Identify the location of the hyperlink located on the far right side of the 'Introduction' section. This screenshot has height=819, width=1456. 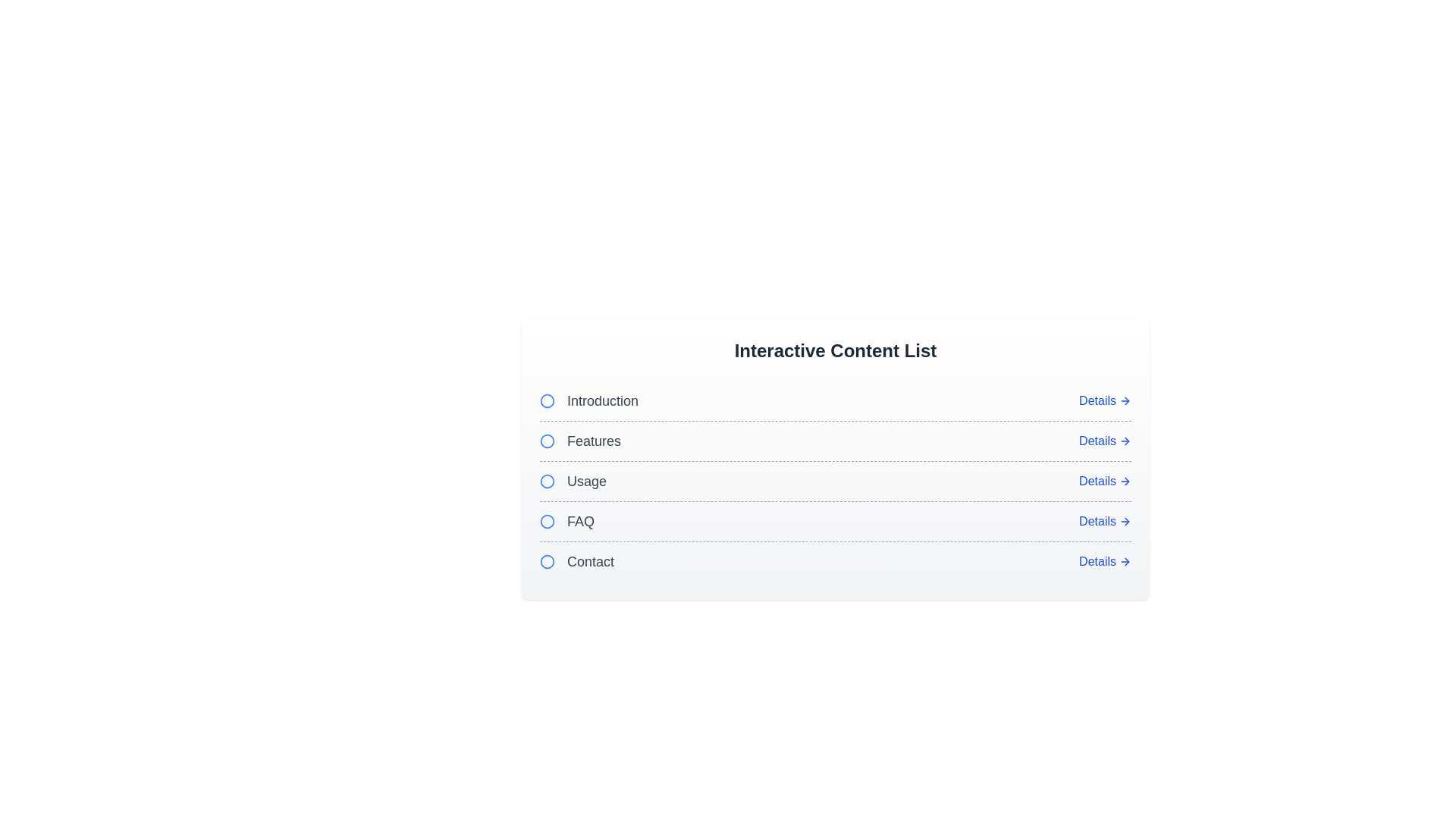
(1105, 400).